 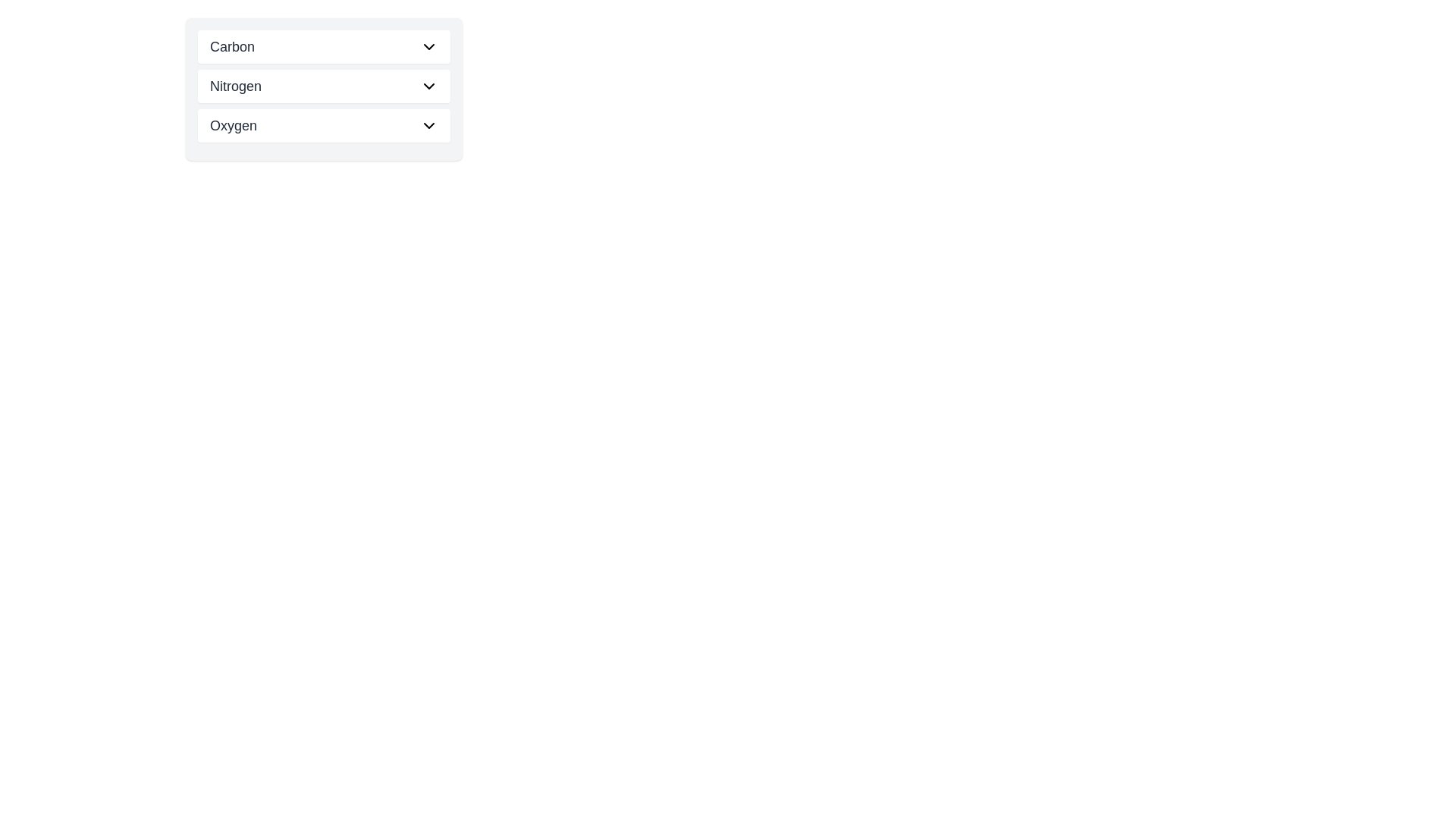 I want to click on the 'Carbon' dropdown menu element for keyboard interaction, so click(x=323, y=45).